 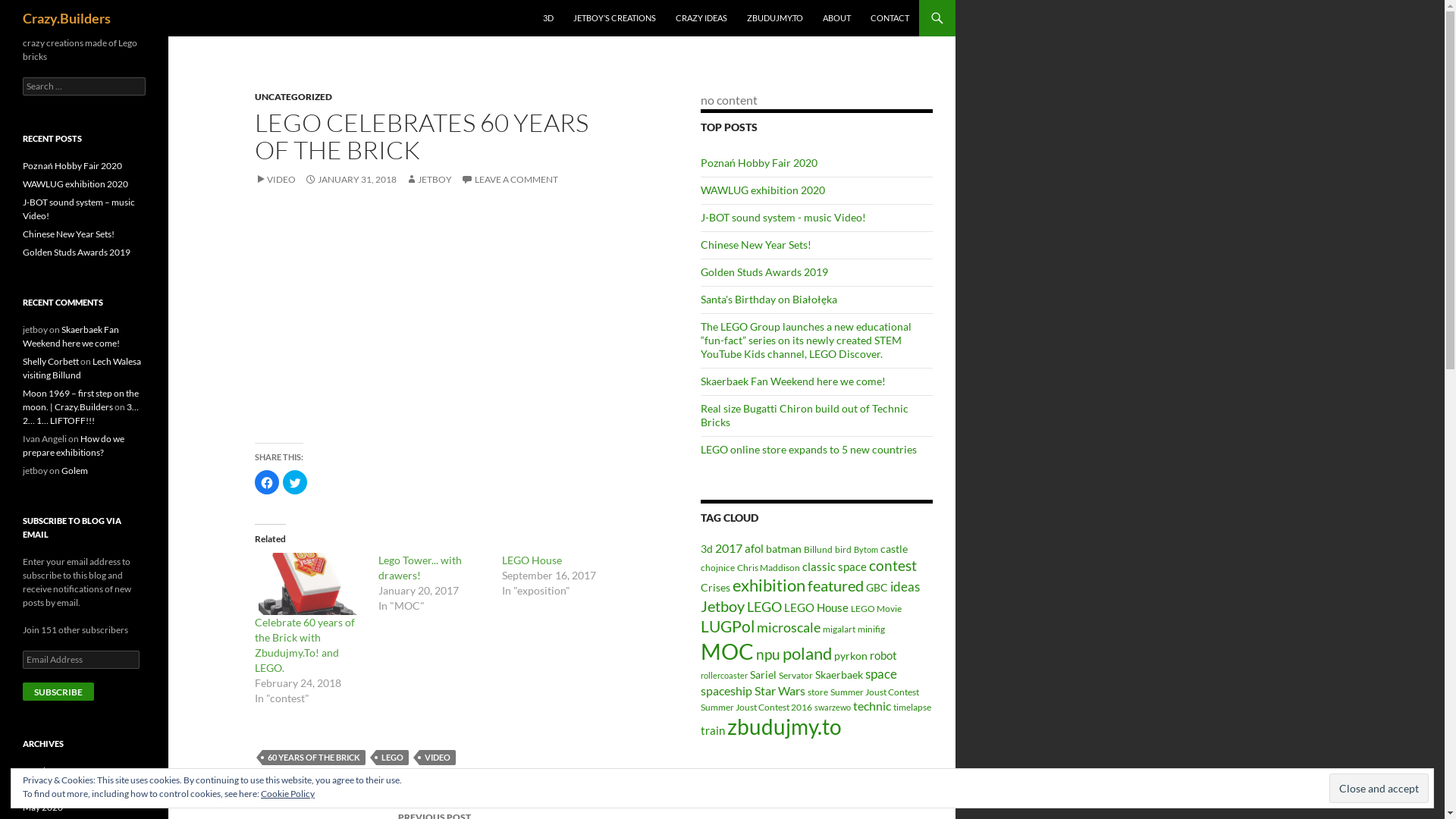 What do you see at coordinates (283, 482) in the screenshot?
I see `'Click to share on Twitter (Opens in new window)'` at bounding box center [283, 482].